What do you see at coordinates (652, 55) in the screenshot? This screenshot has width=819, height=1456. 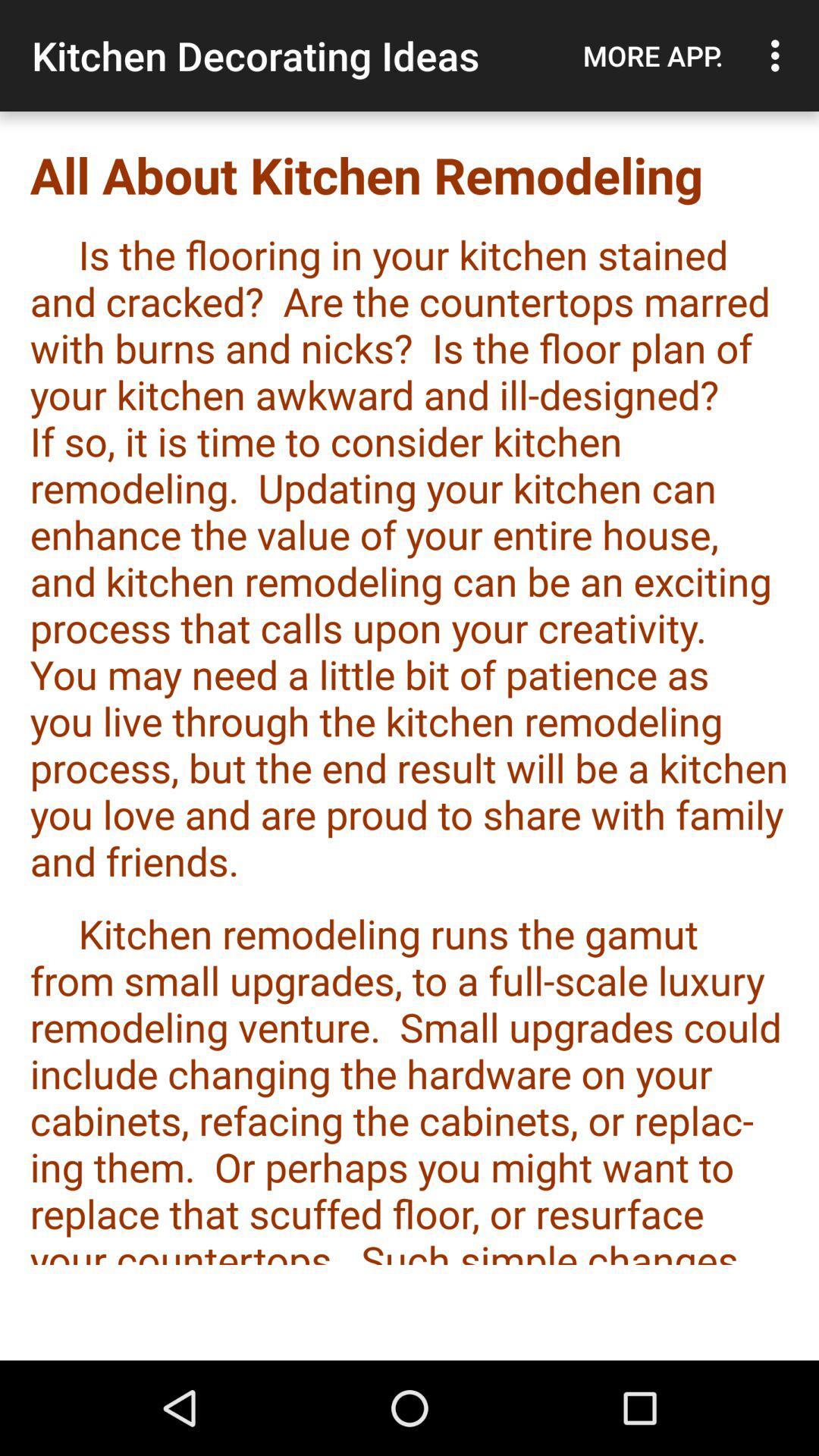 I see `the item to the right of kitchen decorating ideas` at bounding box center [652, 55].